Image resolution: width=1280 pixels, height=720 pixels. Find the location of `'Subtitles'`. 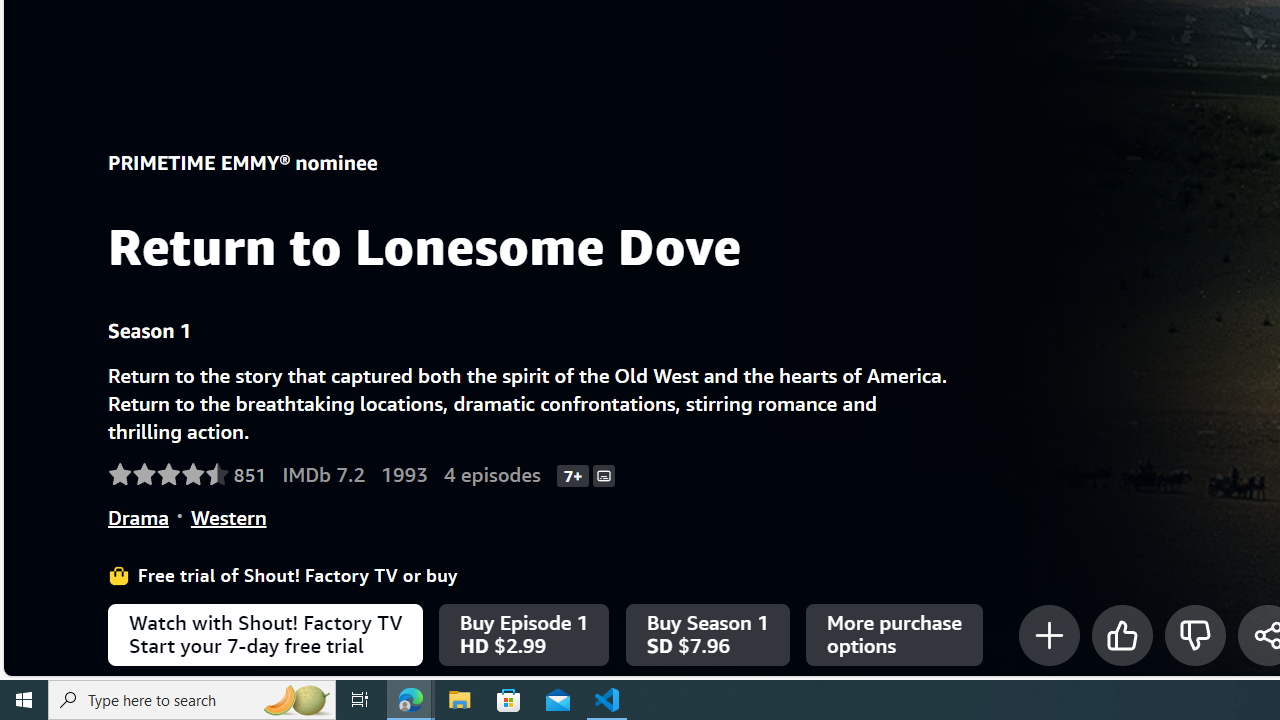

'Subtitles' is located at coordinates (603, 475).